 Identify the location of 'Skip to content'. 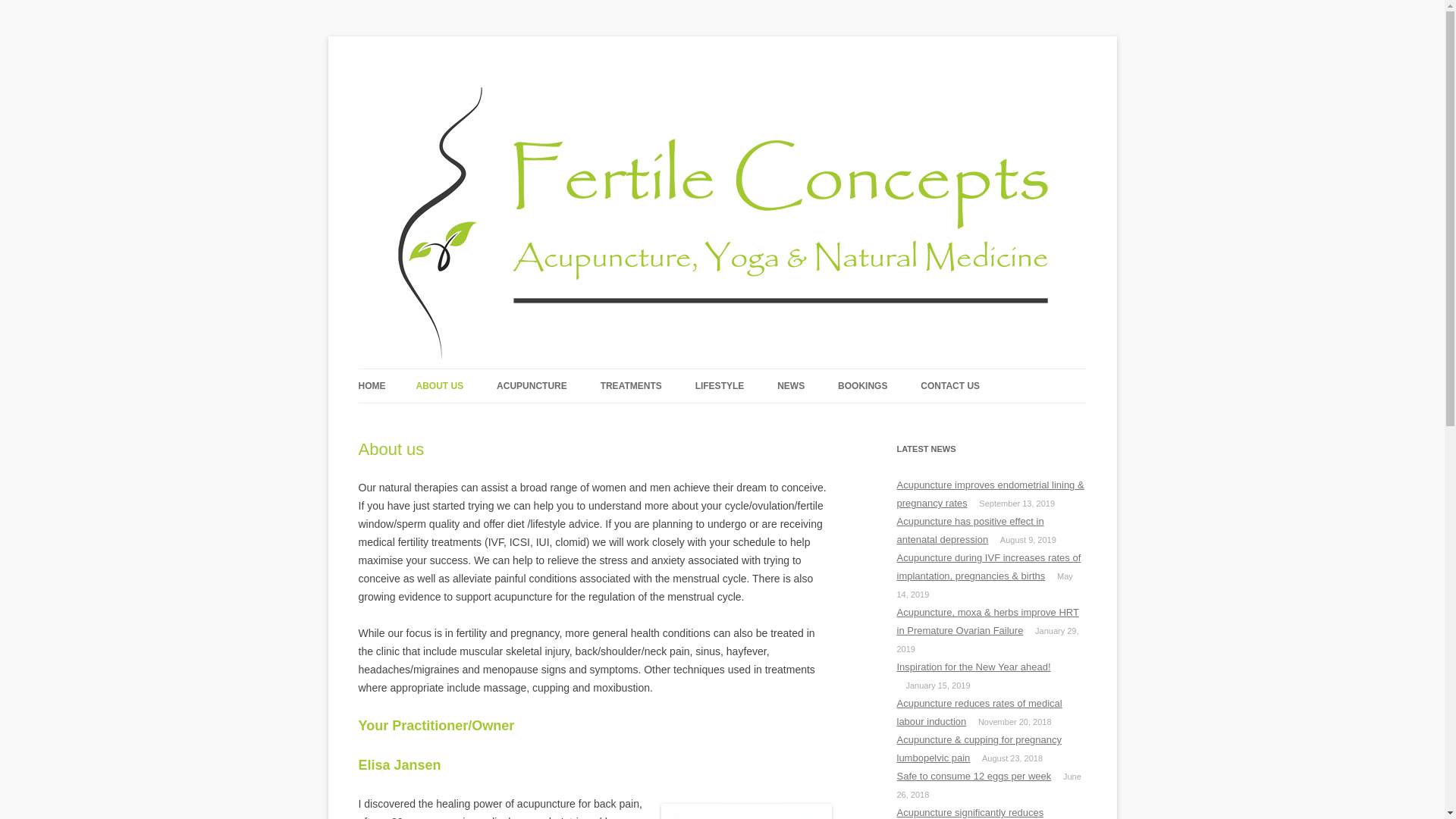
(721, 369).